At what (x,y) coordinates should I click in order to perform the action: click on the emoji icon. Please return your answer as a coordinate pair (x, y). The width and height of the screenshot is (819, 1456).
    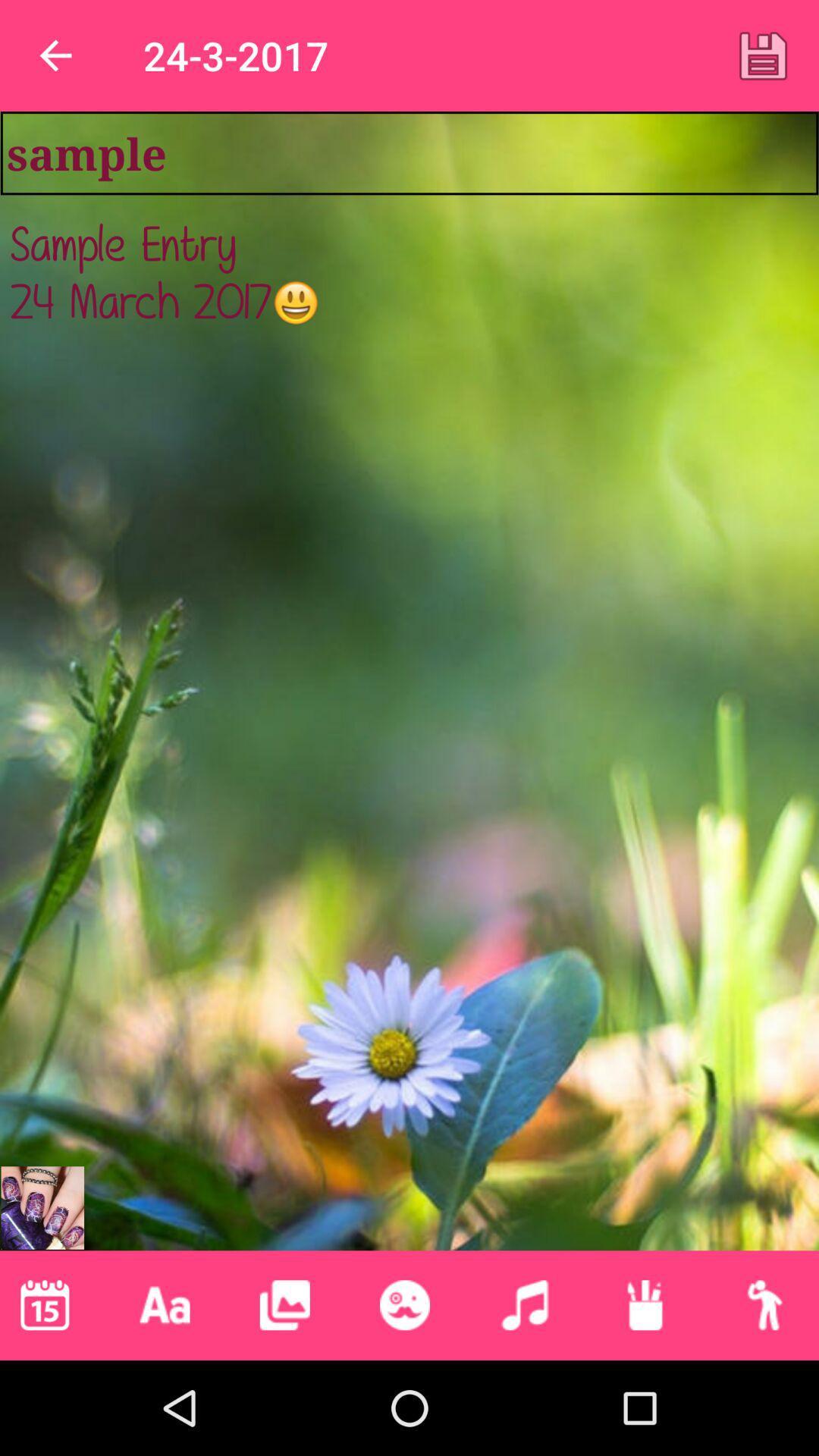
    Looking at the image, I should click on (403, 1304).